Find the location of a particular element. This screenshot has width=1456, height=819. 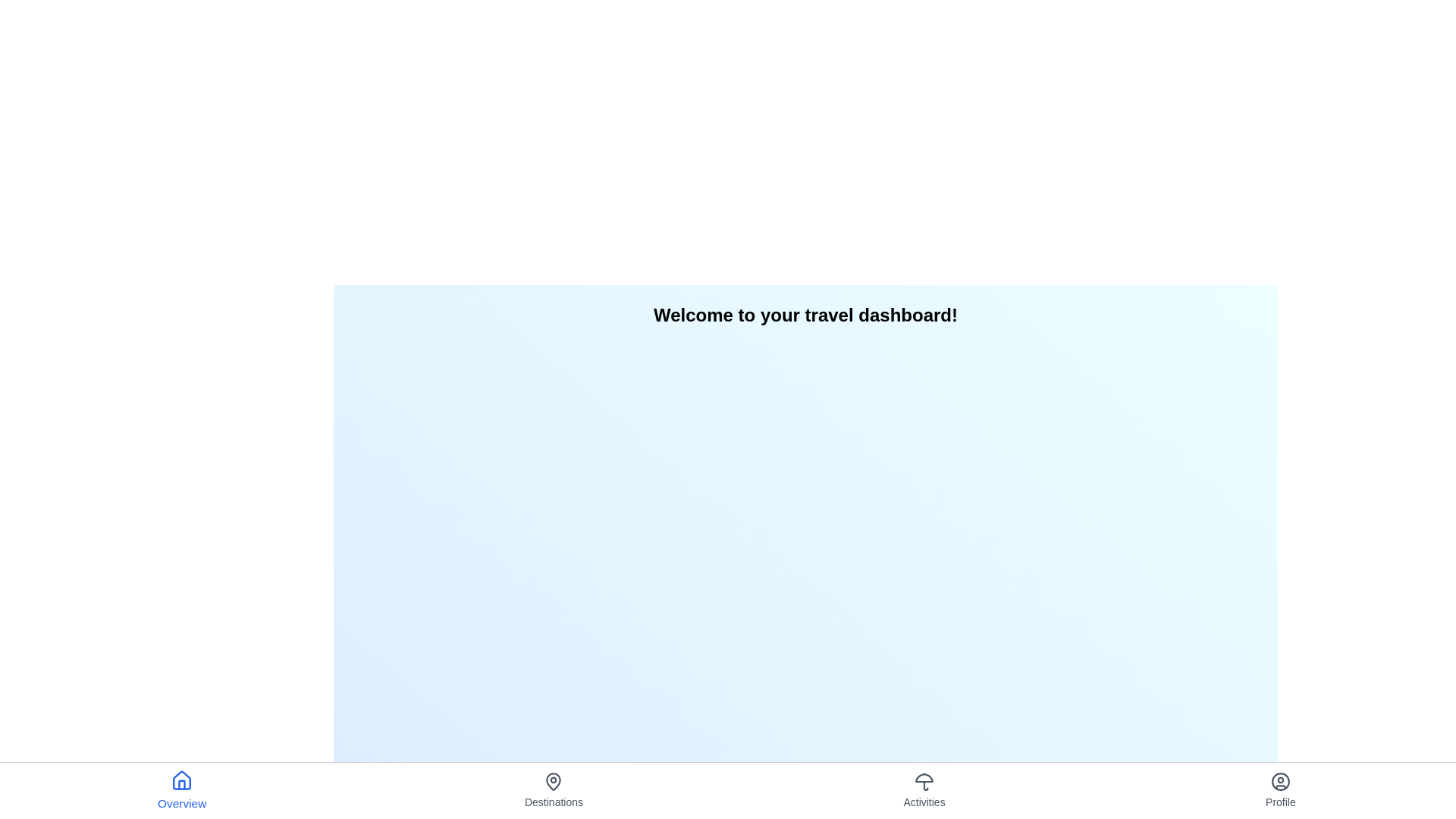

the narrow vertical line representing the handle of the umbrella icon within the Activities section of the bottom navigation bar is located at coordinates (925, 785).